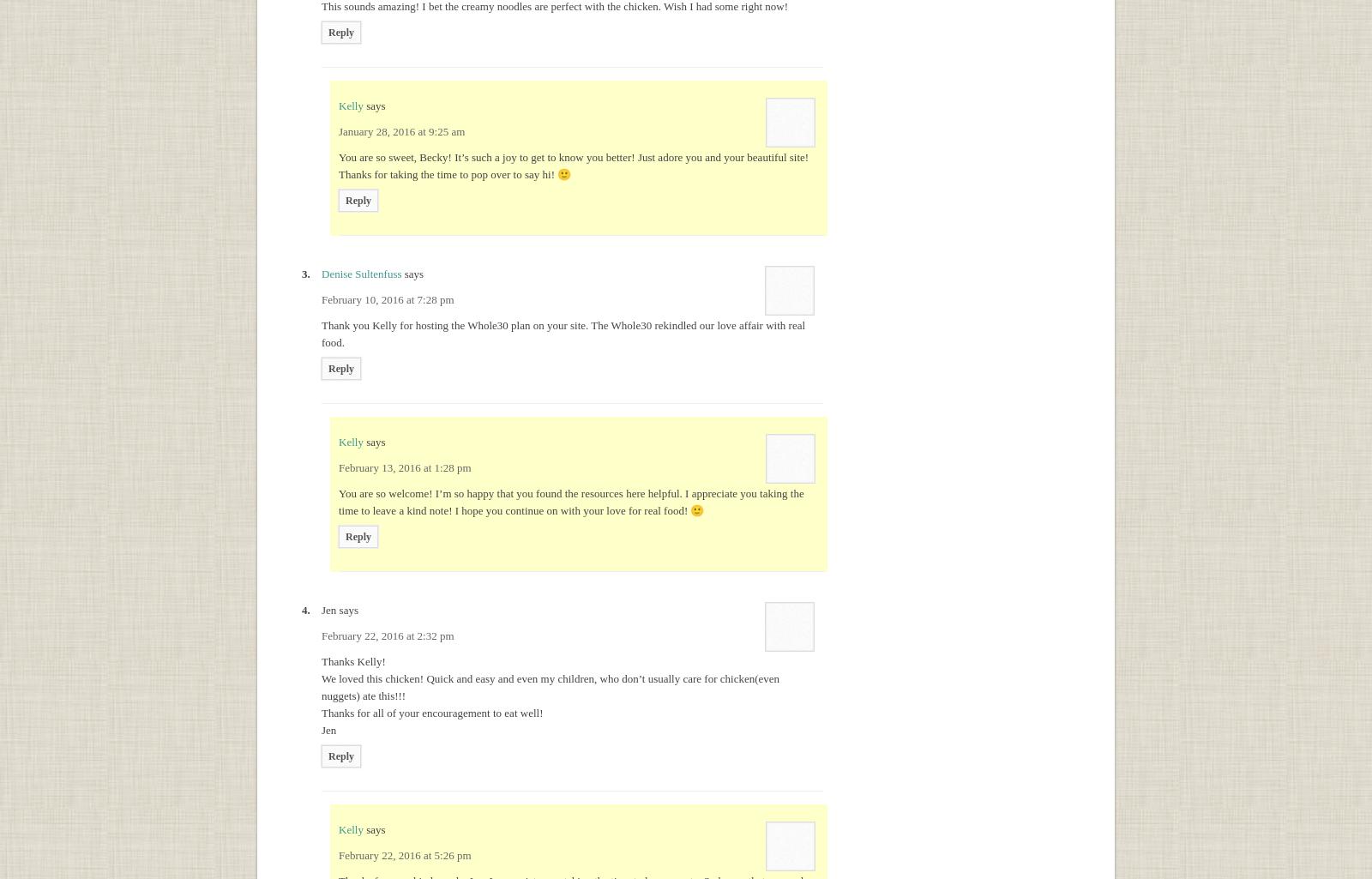 The width and height of the screenshot is (1372, 879). I want to click on 'Thank you Kelly for hosting the Whole30 plan on your site.  The Whole30 rekindled our love affair with real food.', so click(563, 334).